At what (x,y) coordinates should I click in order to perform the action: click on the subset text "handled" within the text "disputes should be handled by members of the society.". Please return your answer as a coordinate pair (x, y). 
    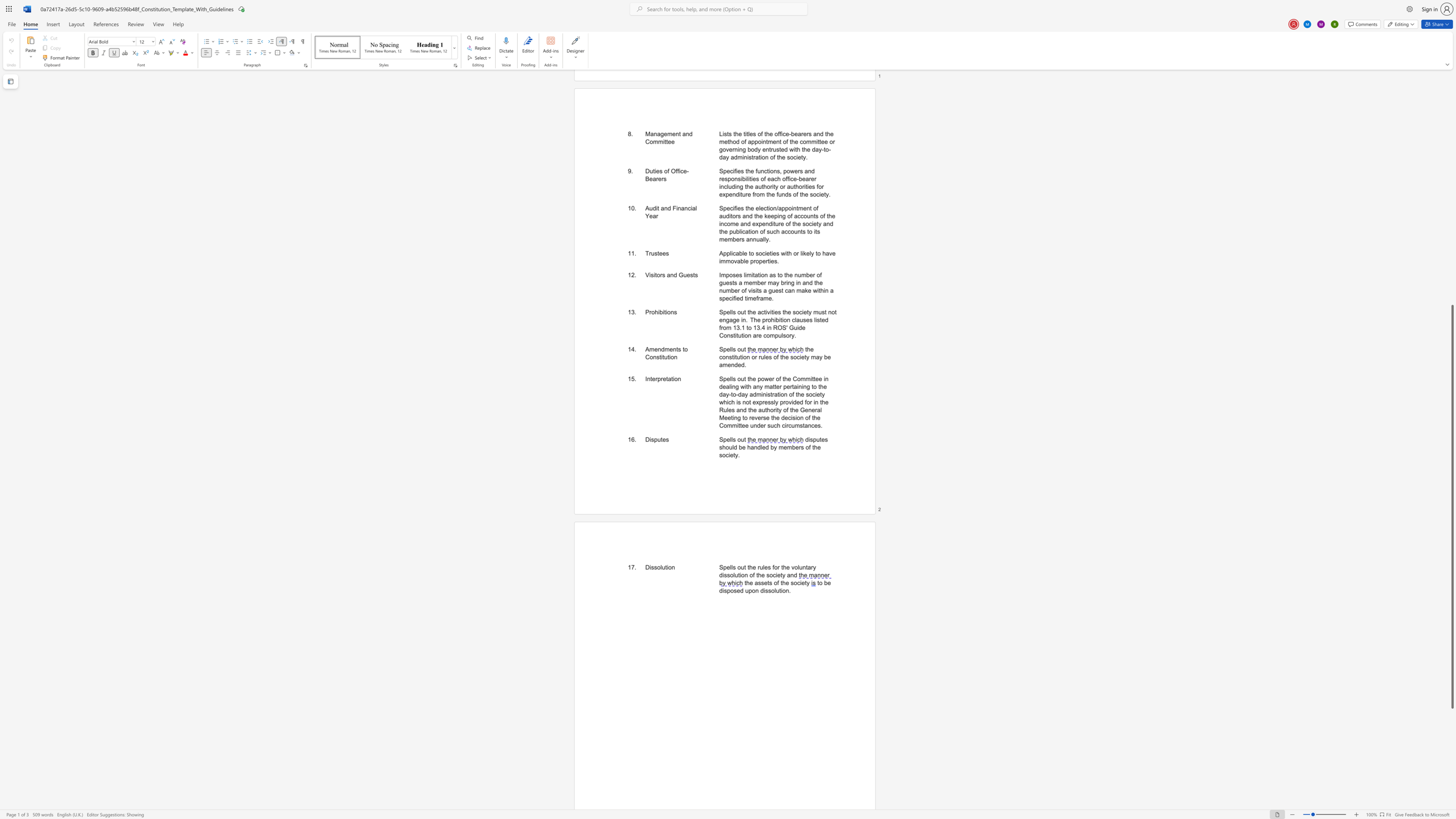
    Looking at the image, I should click on (747, 447).